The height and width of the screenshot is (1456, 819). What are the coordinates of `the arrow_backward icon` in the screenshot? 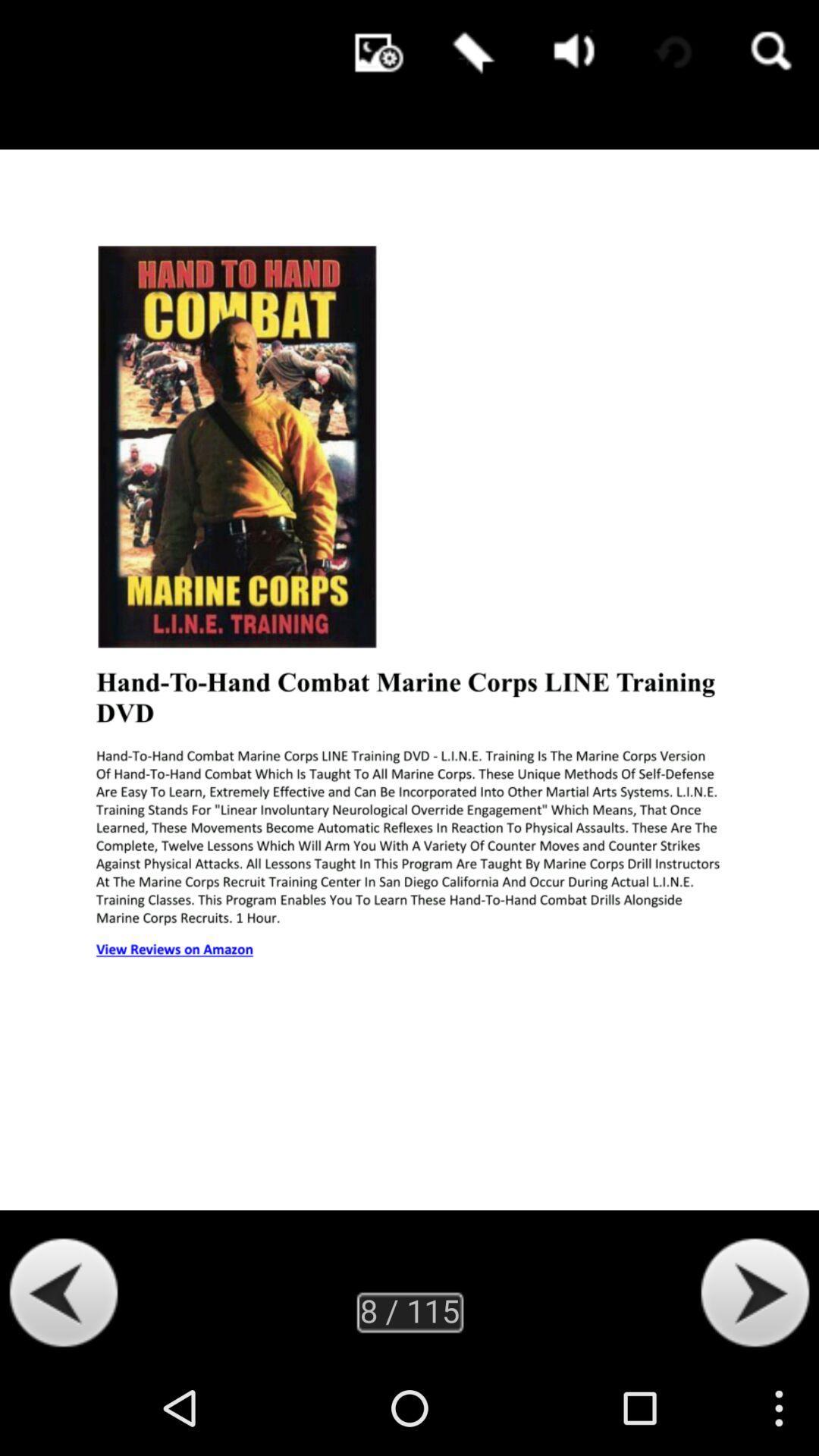 It's located at (63, 1384).